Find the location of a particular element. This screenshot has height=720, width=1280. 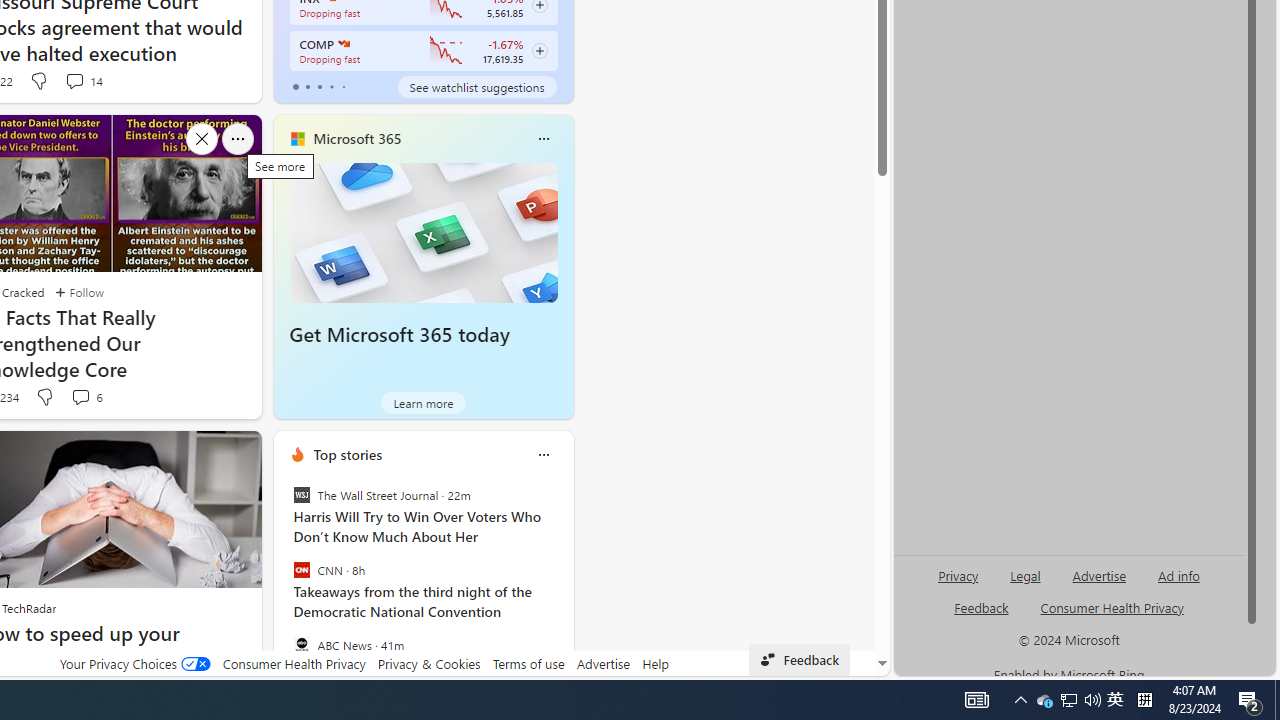

'tab-3' is located at coordinates (331, 86).